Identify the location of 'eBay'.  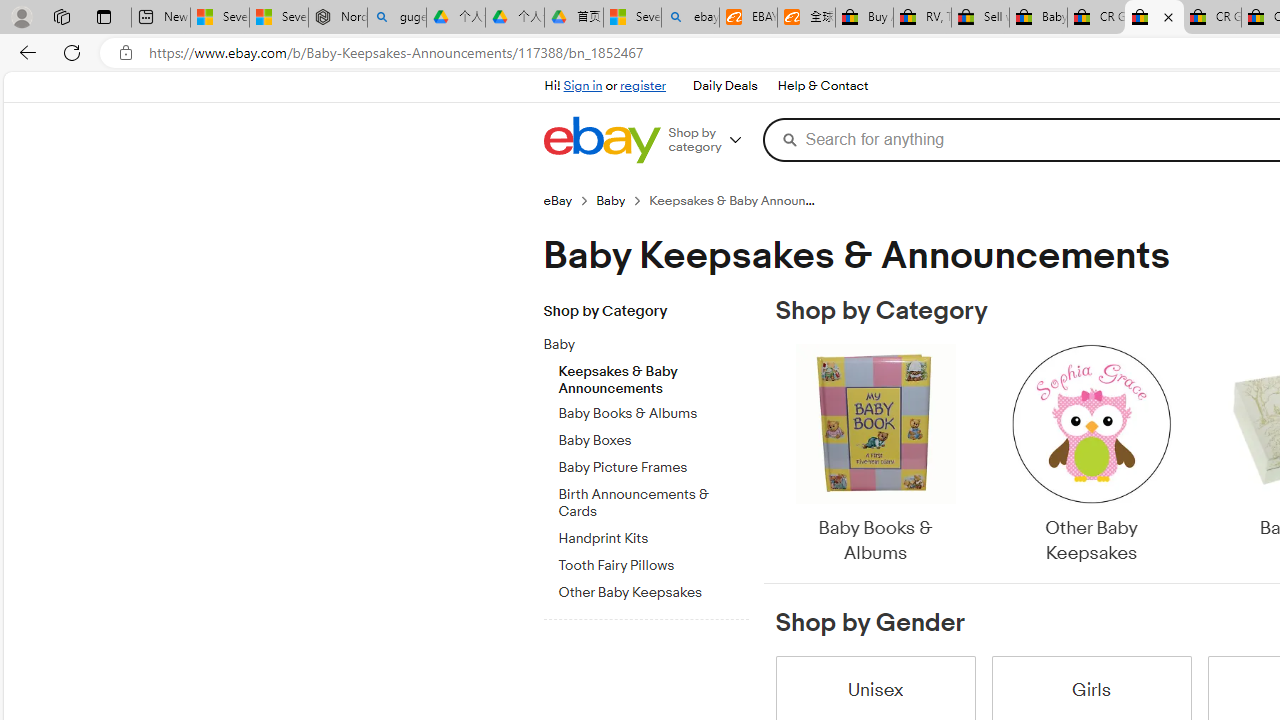
(568, 200).